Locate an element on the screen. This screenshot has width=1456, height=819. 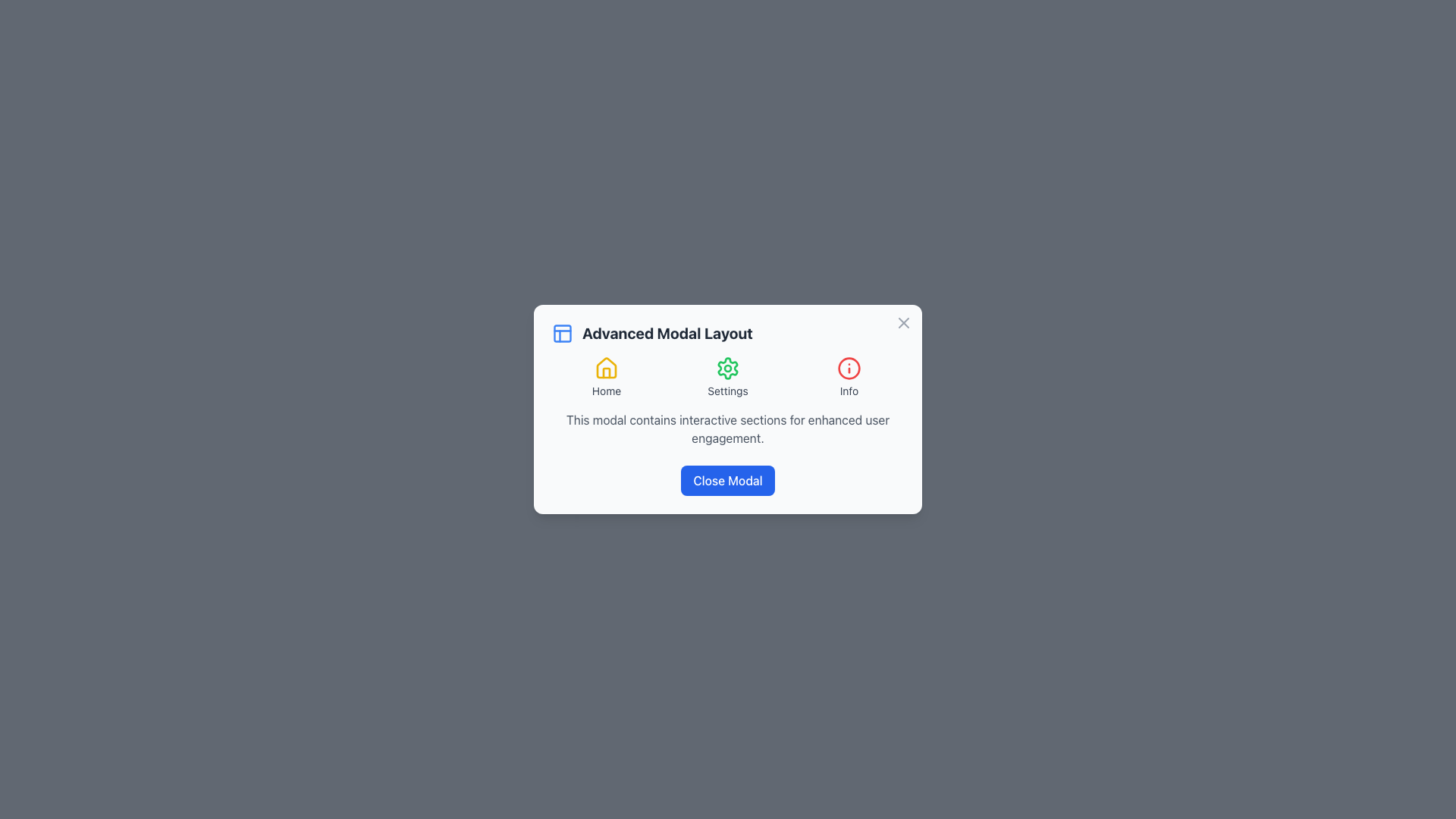
the 'Close Modal' button, which is a rectangular button with a blue background and white text, located at the bottom center of the modal window is located at coordinates (728, 480).